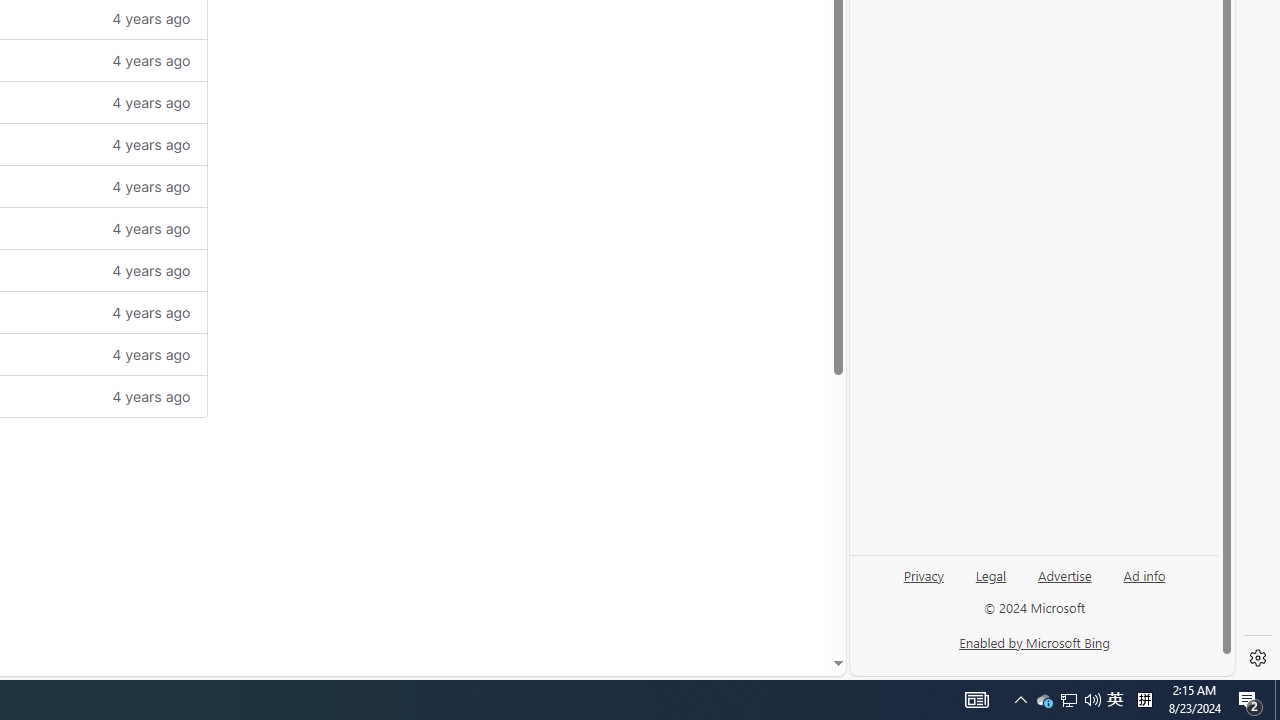 The image size is (1280, 720). What do you see at coordinates (1144, 583) in the screenshot?
I see `'Ad info'` at bounding box center [1144, 583].